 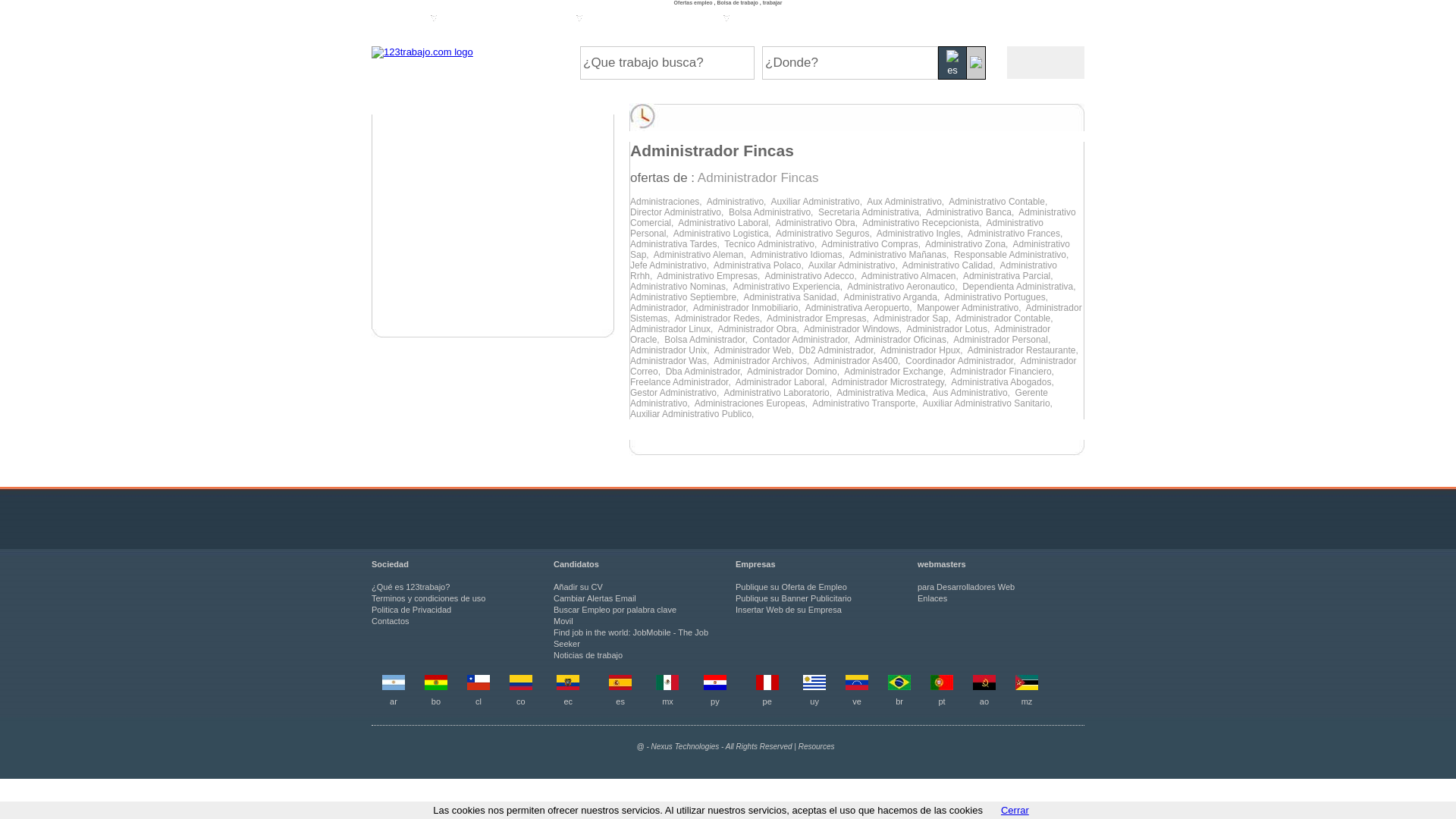 I want to click on 'Administrativo Obra, ', so click(x=775, y=222).